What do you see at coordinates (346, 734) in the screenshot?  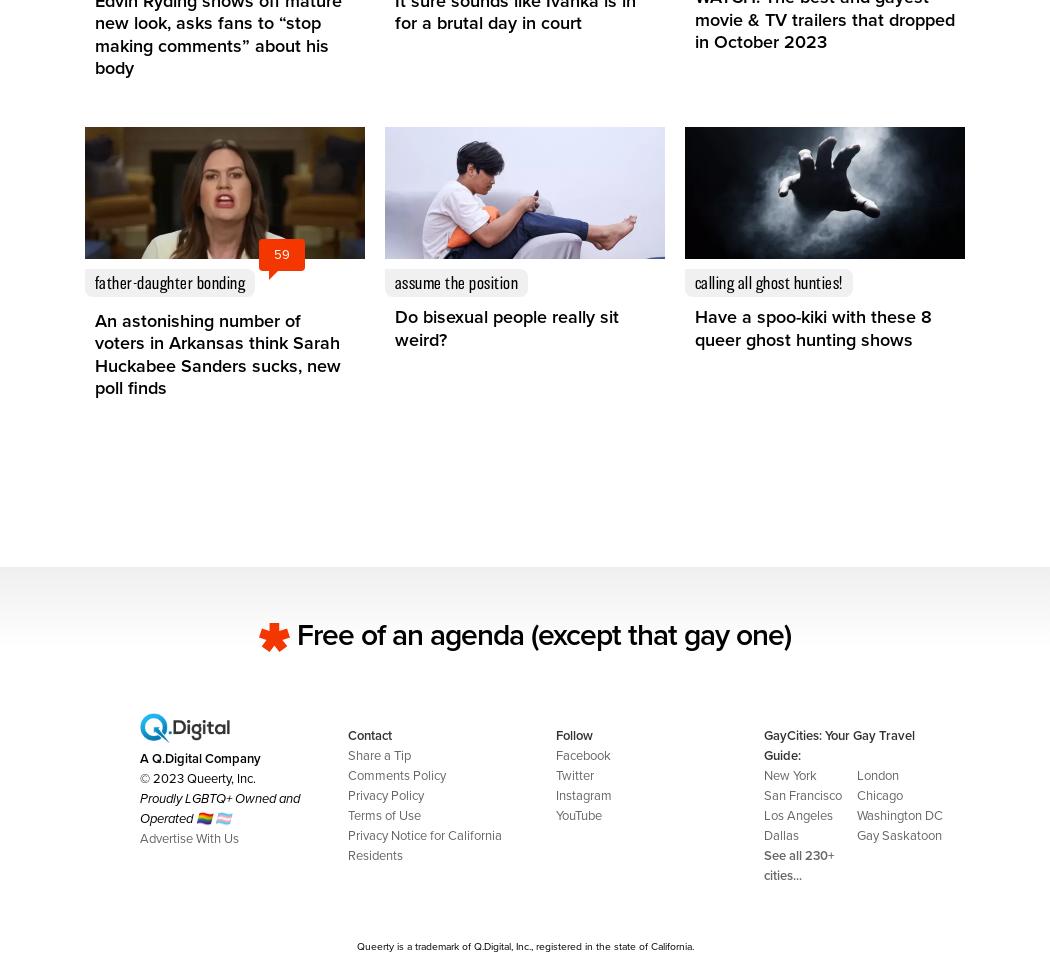 I see `'Contact'` at bounding box center [346, 734].